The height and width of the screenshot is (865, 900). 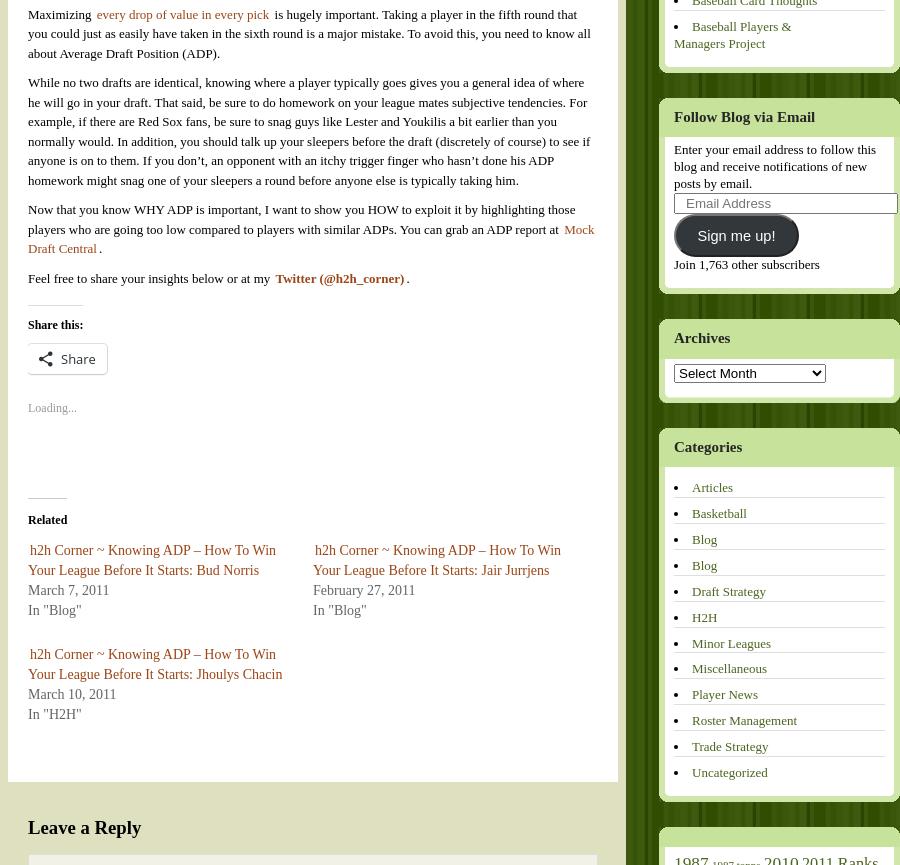 I want to click on 'While no two drafts are identical, knowing where a player typically goes gives you a general idea of where he will go in your draft. That said, be sure to do homework on your league mates subjective tendencies. For example, if there are Red Sox fans, be sure to snag guys like Lester and Youkilis a bit earlier than you normally would. In addition, you should talk up your sleepers before the draft (discretely of course) to see if anyone is on to them. If you don’t, an opponent with an itchy trigger finger who hasn’t done his ADP homework might snag one of your sleepers a round before anyone else is typically taking him.', so click(x=307, y=130).